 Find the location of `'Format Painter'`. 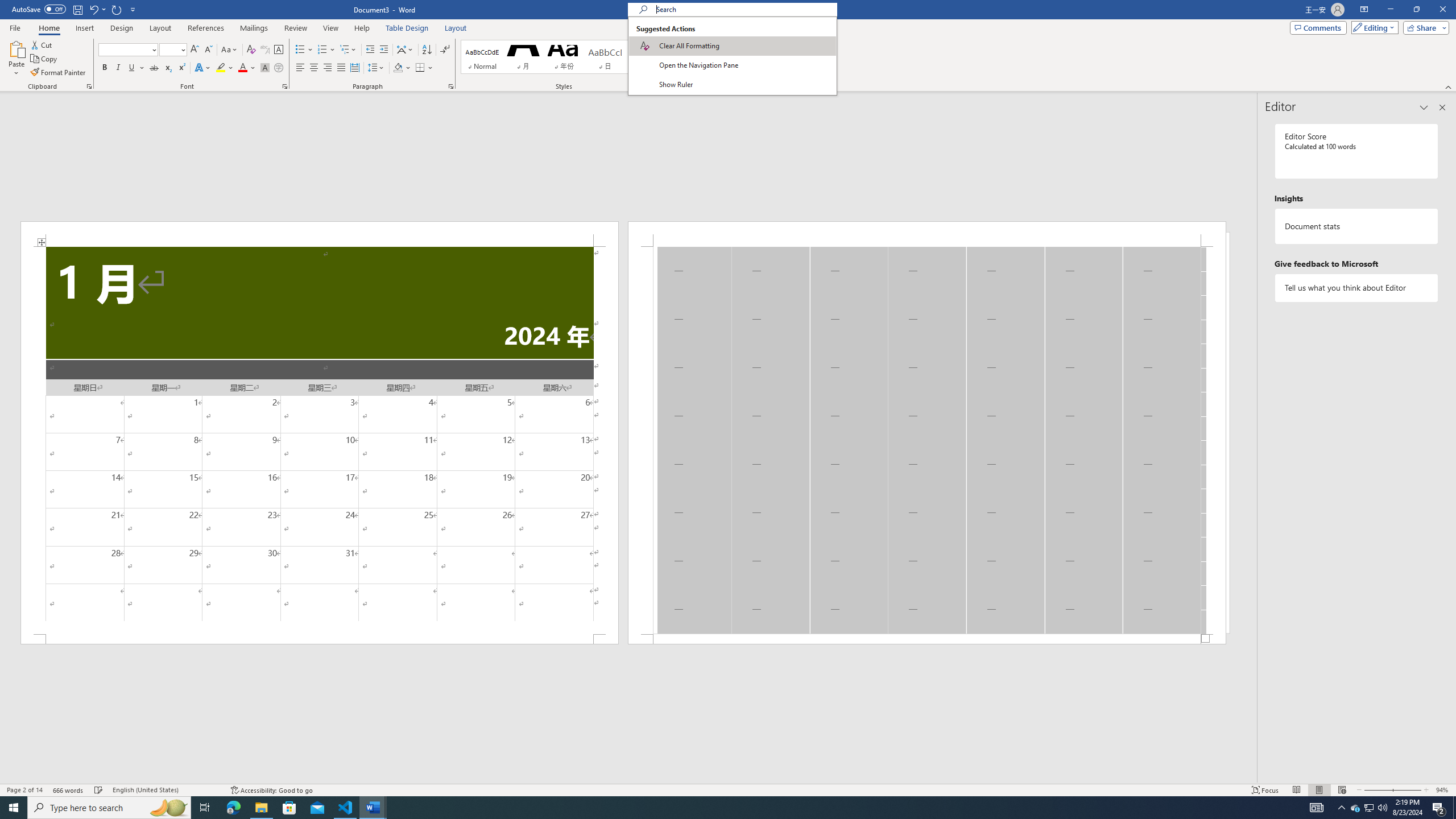

'Format Painter' is located at coordinates (58, 72).